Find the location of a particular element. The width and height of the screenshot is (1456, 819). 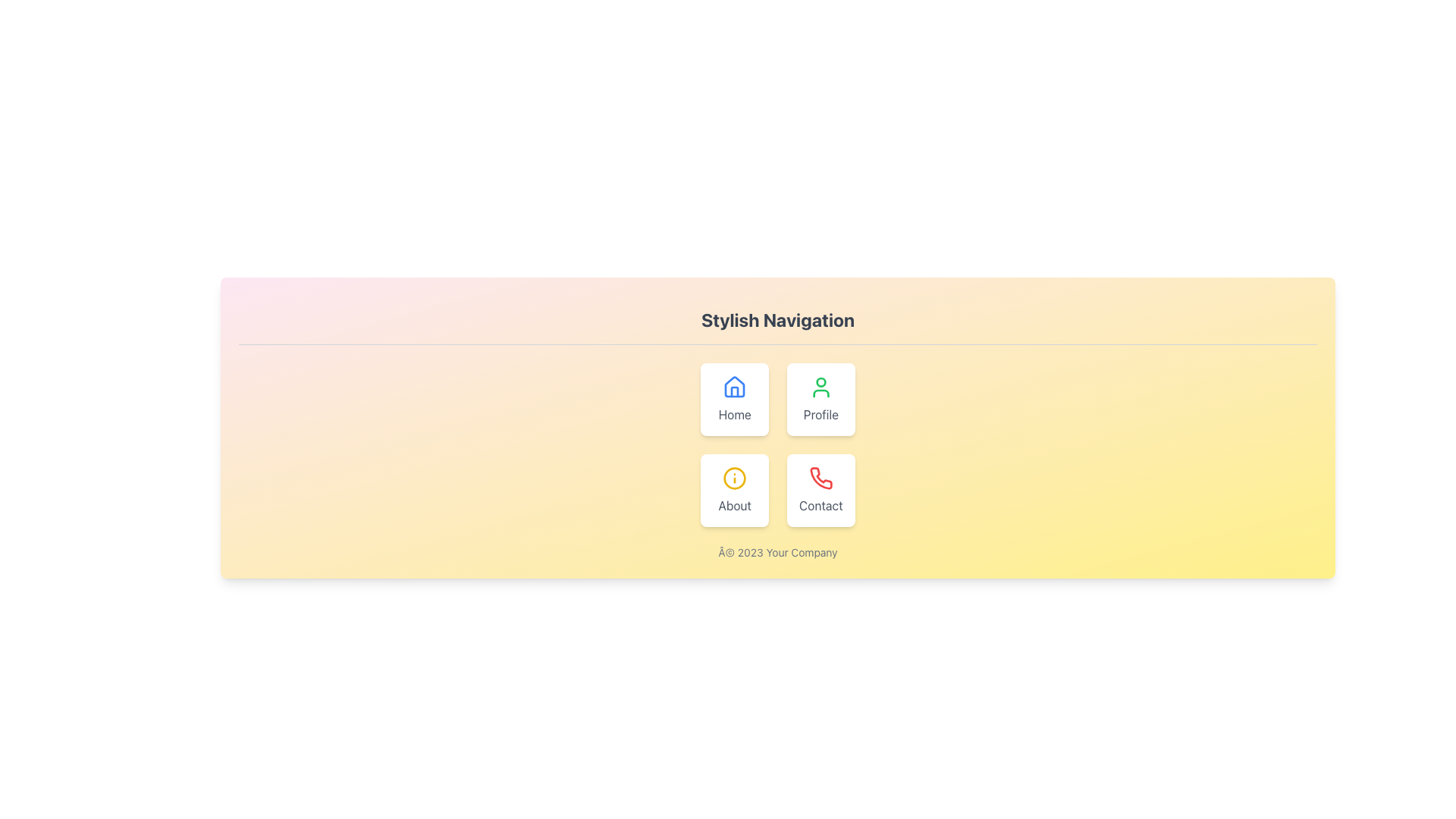

the Navigation Button located in the upper-left quadrant of the navigation grid is located at coordinates (735, 399).